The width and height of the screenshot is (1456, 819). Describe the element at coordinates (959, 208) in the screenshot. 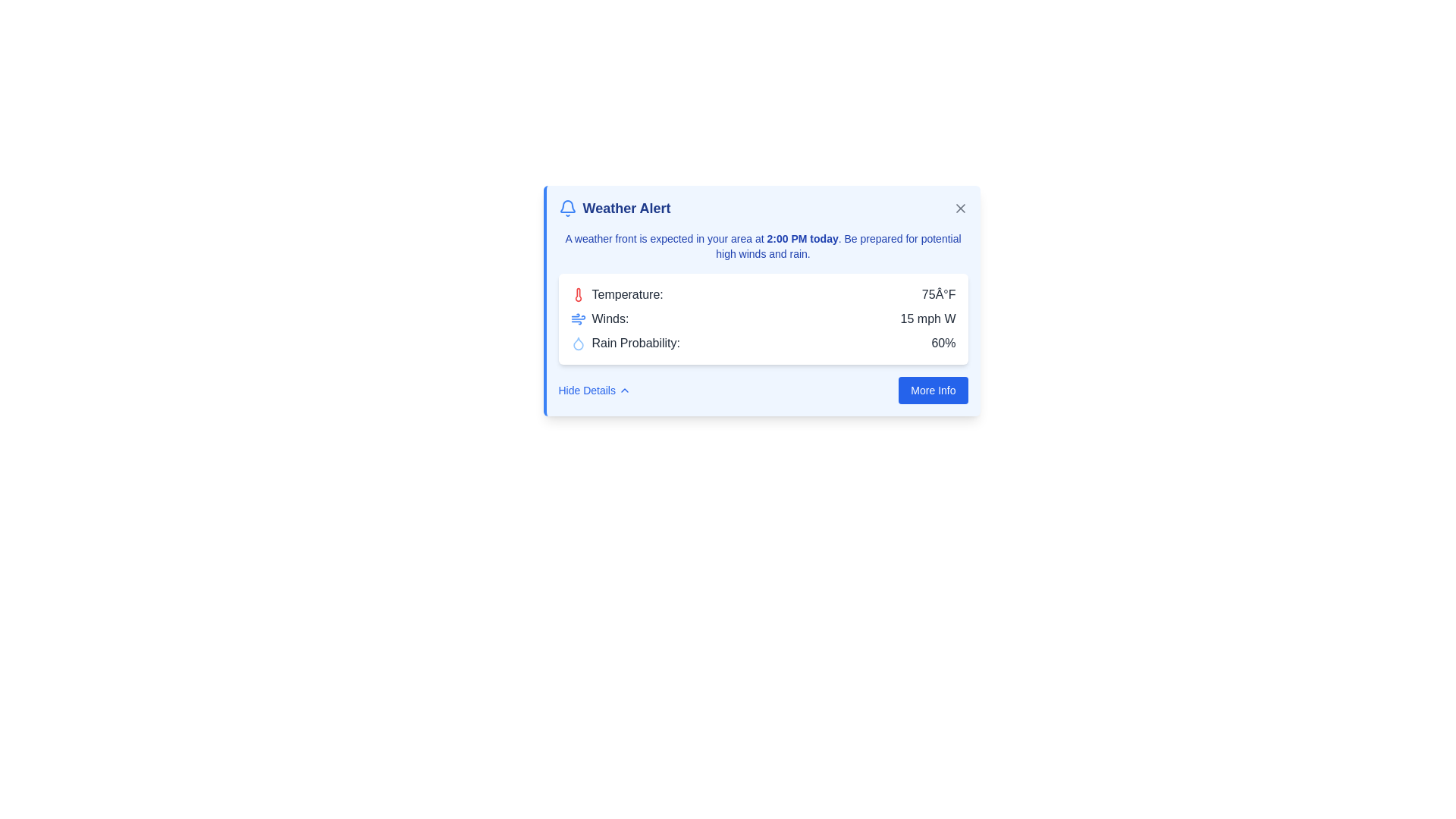

I see `the gray 'X' button located at the top right corner of the 'Weather Alert' notification panel to observe visual feedback` at that location.